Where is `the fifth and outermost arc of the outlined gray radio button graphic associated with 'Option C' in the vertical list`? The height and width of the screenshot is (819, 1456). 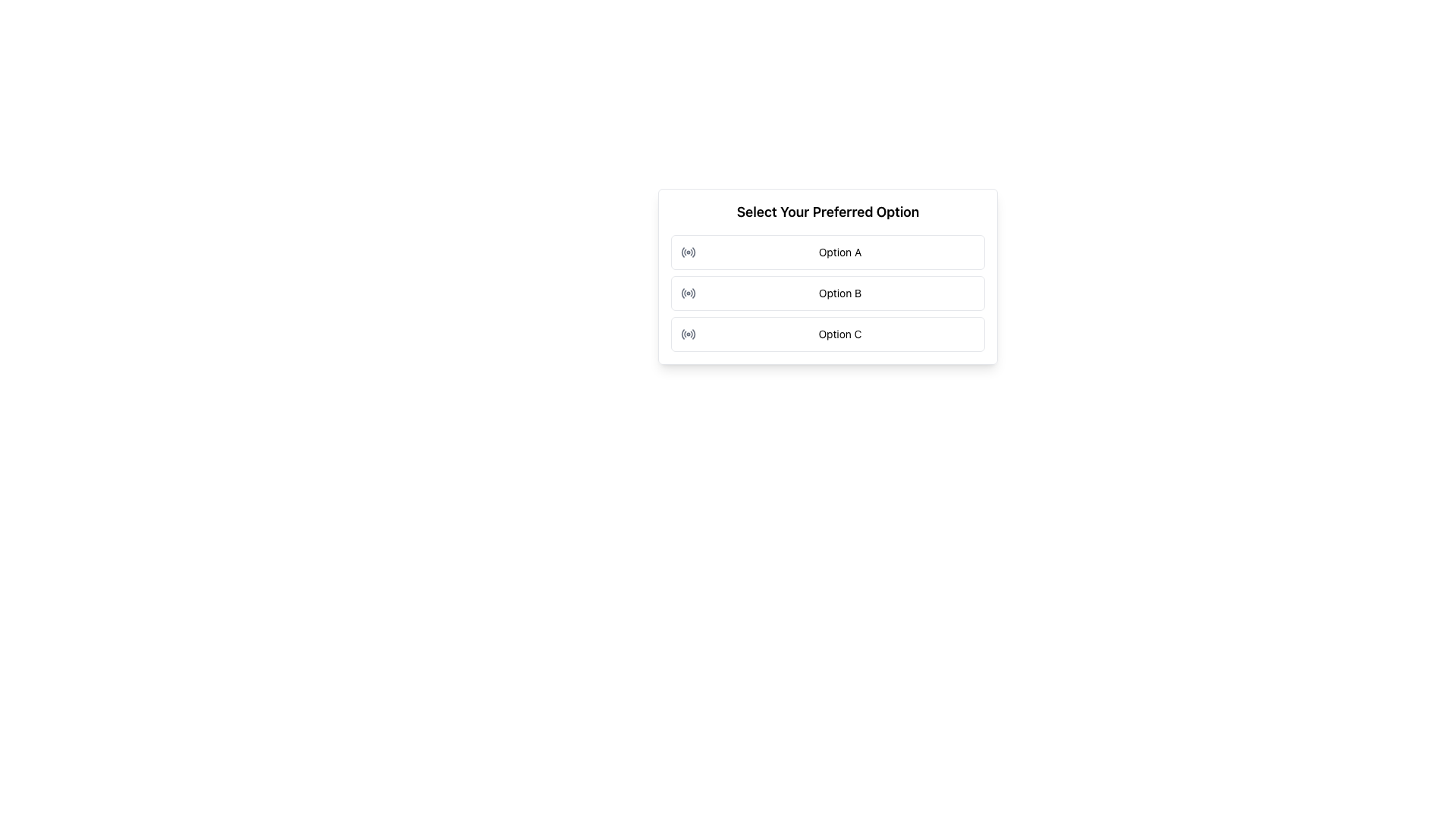
the fifth and outermost arc of the outlined gray radio button graphic associated with 'Option C' in the vertical list is located at coordinates (693, 333).